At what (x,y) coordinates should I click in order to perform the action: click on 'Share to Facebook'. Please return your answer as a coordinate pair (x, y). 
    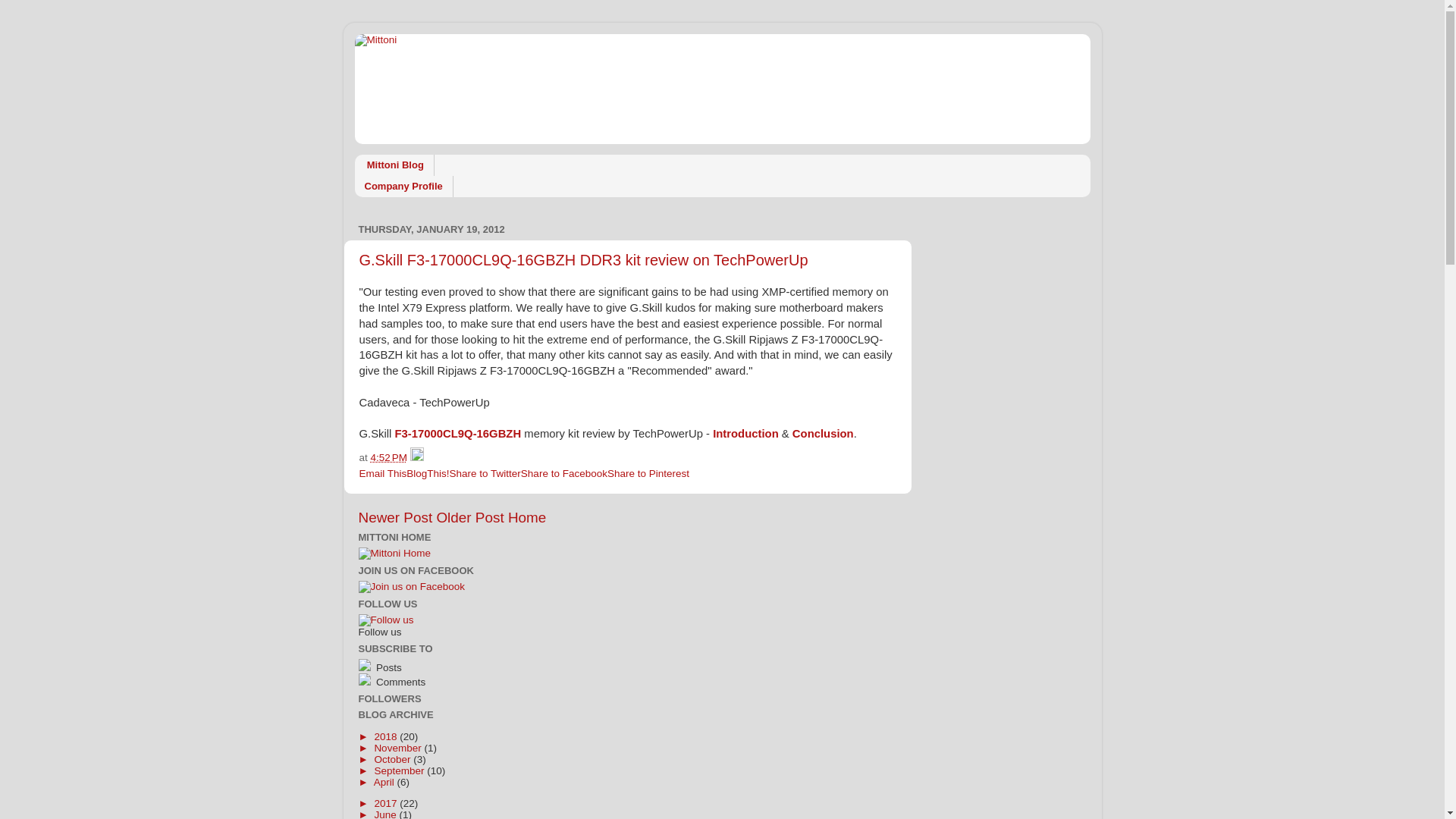
    Looking at the image, I should click on (563, 472).